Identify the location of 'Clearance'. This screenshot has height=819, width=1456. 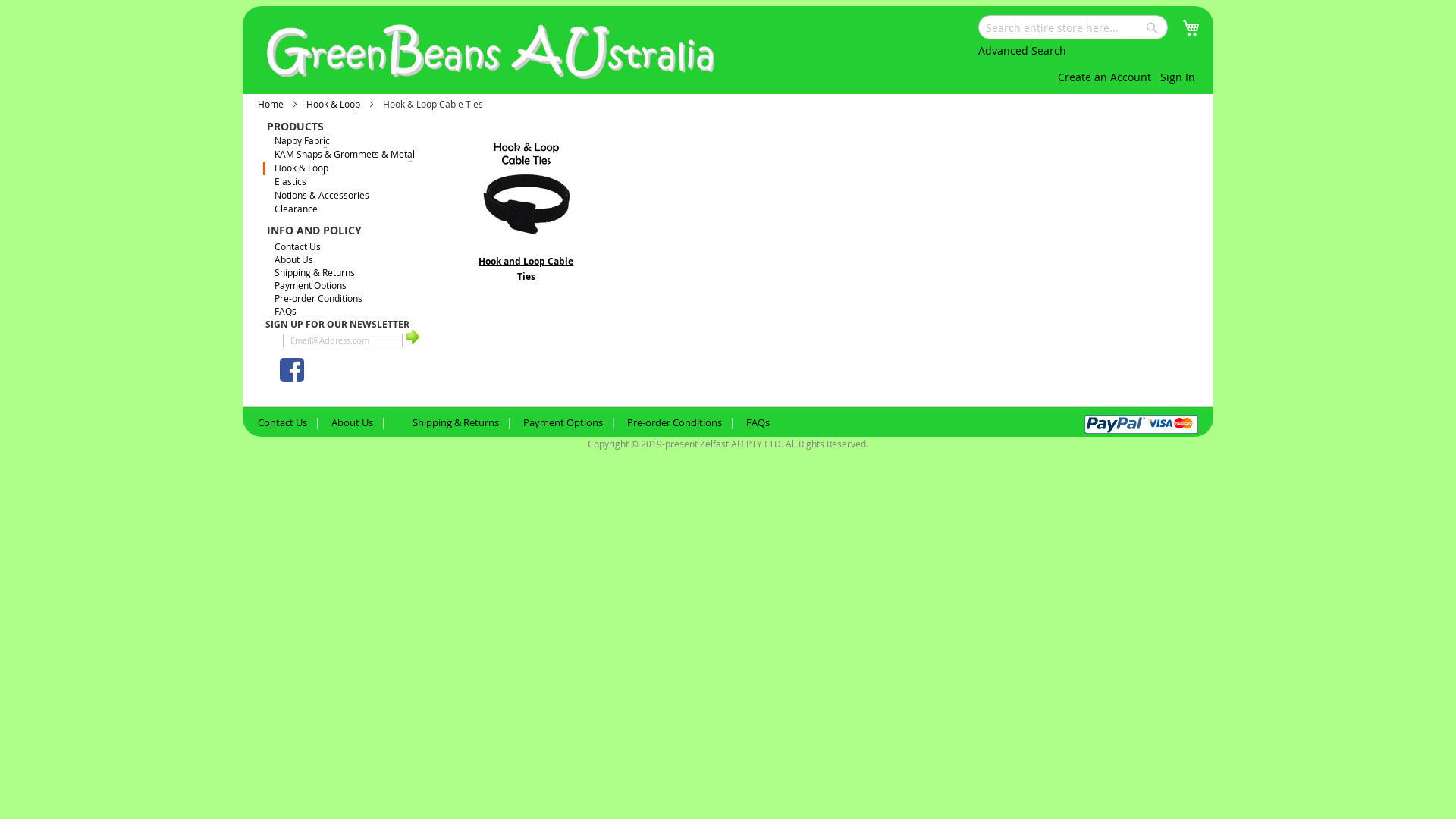
(291, 212).